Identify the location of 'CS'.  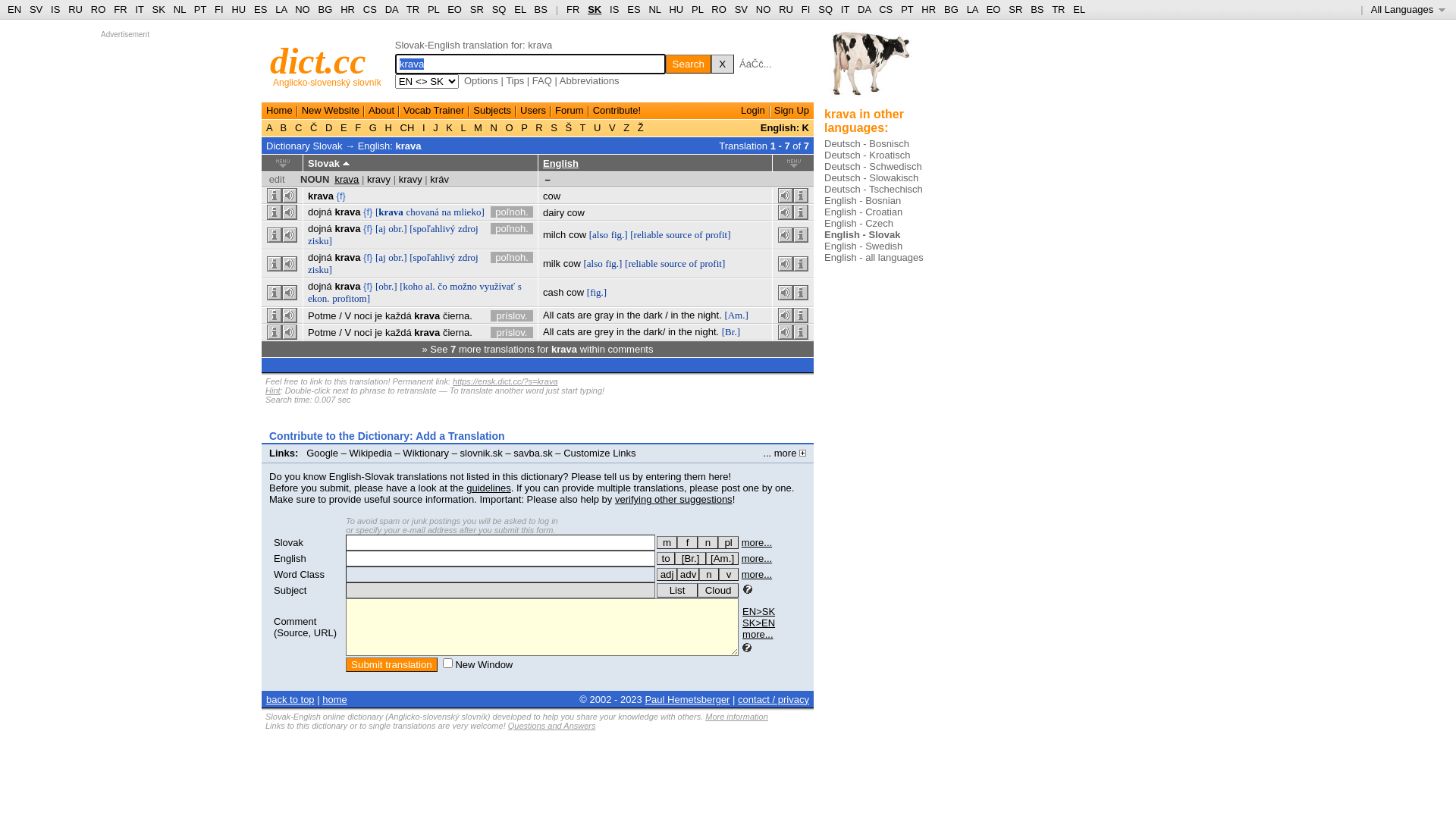
(362, 9).